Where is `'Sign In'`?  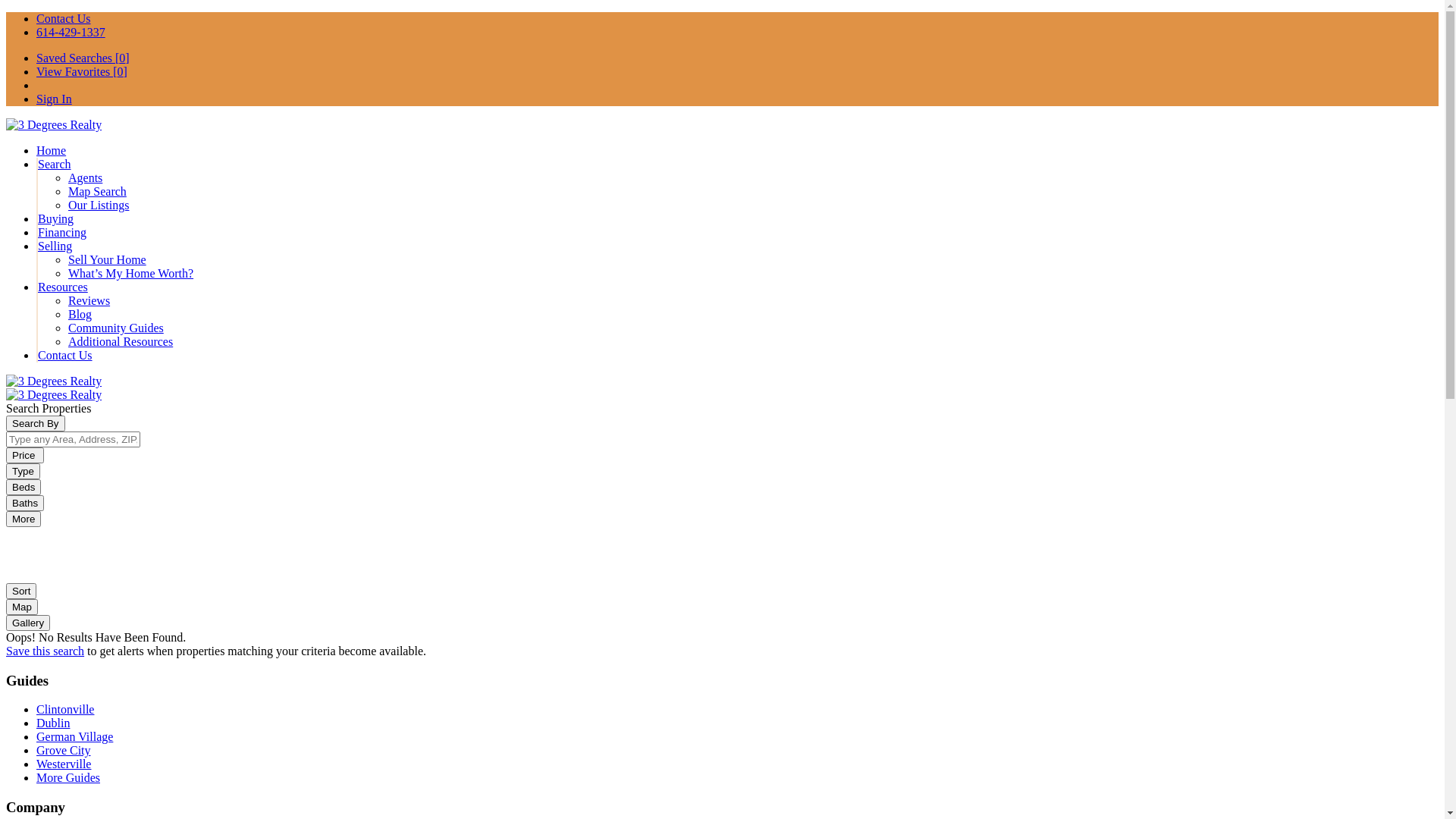 'Sign In' is located at coordinates (36, 99).